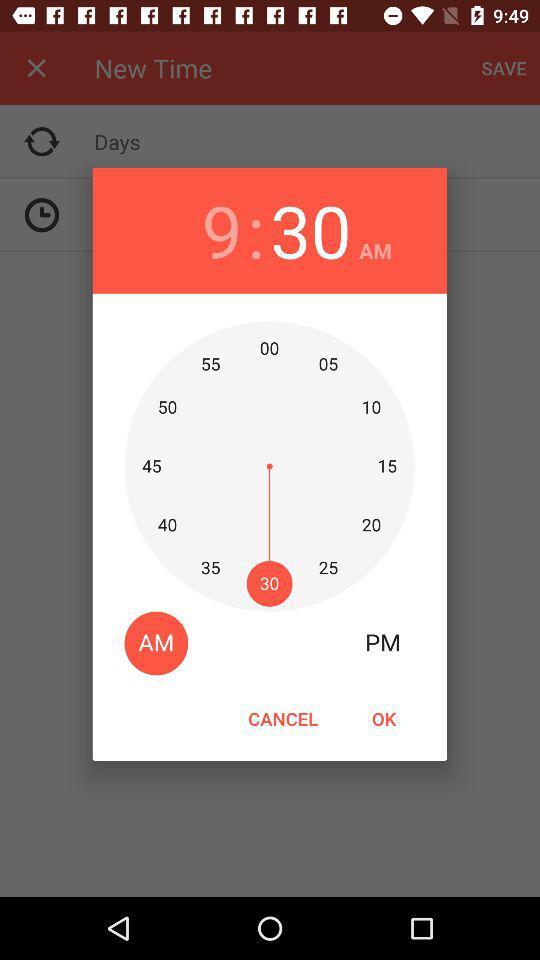  I want to click on icon next to : item, so click(310, 230).